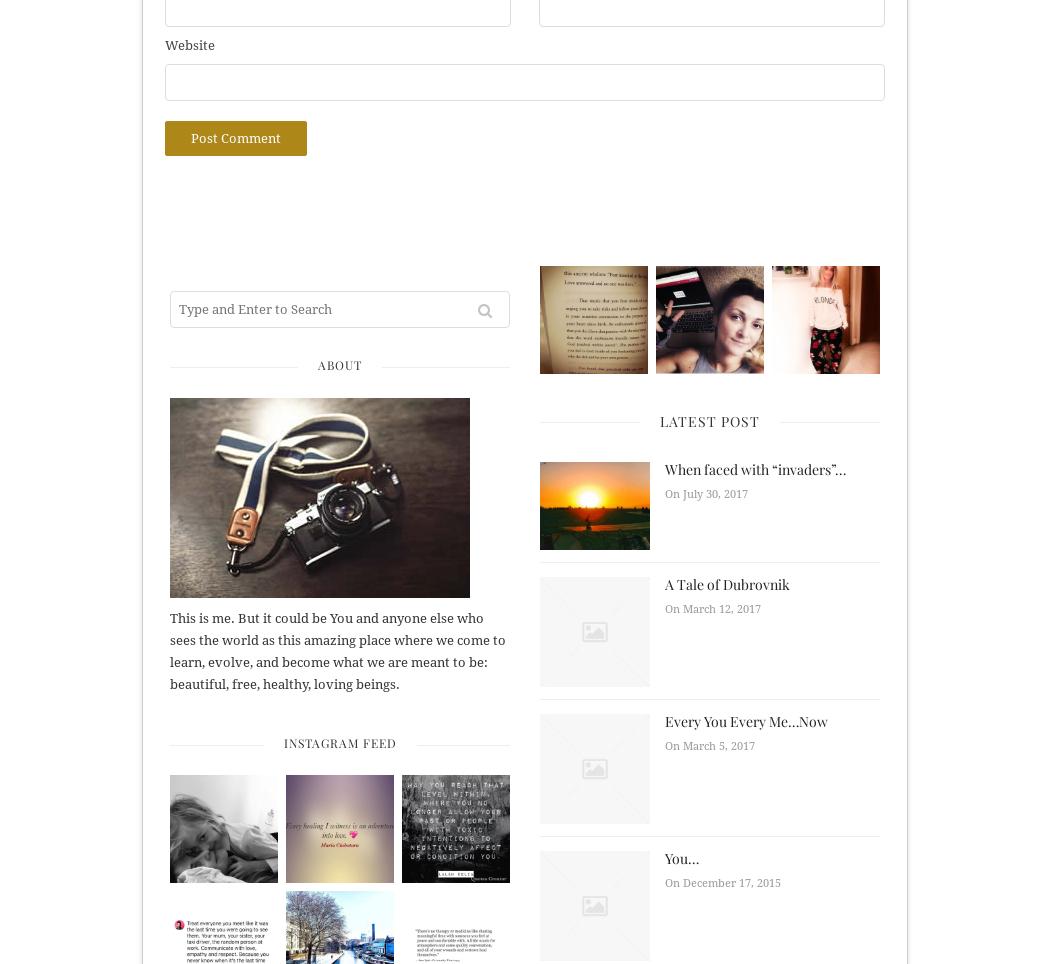 The image size is (1050, 964). I want to click on 'Latest Post', so click(659, 419).